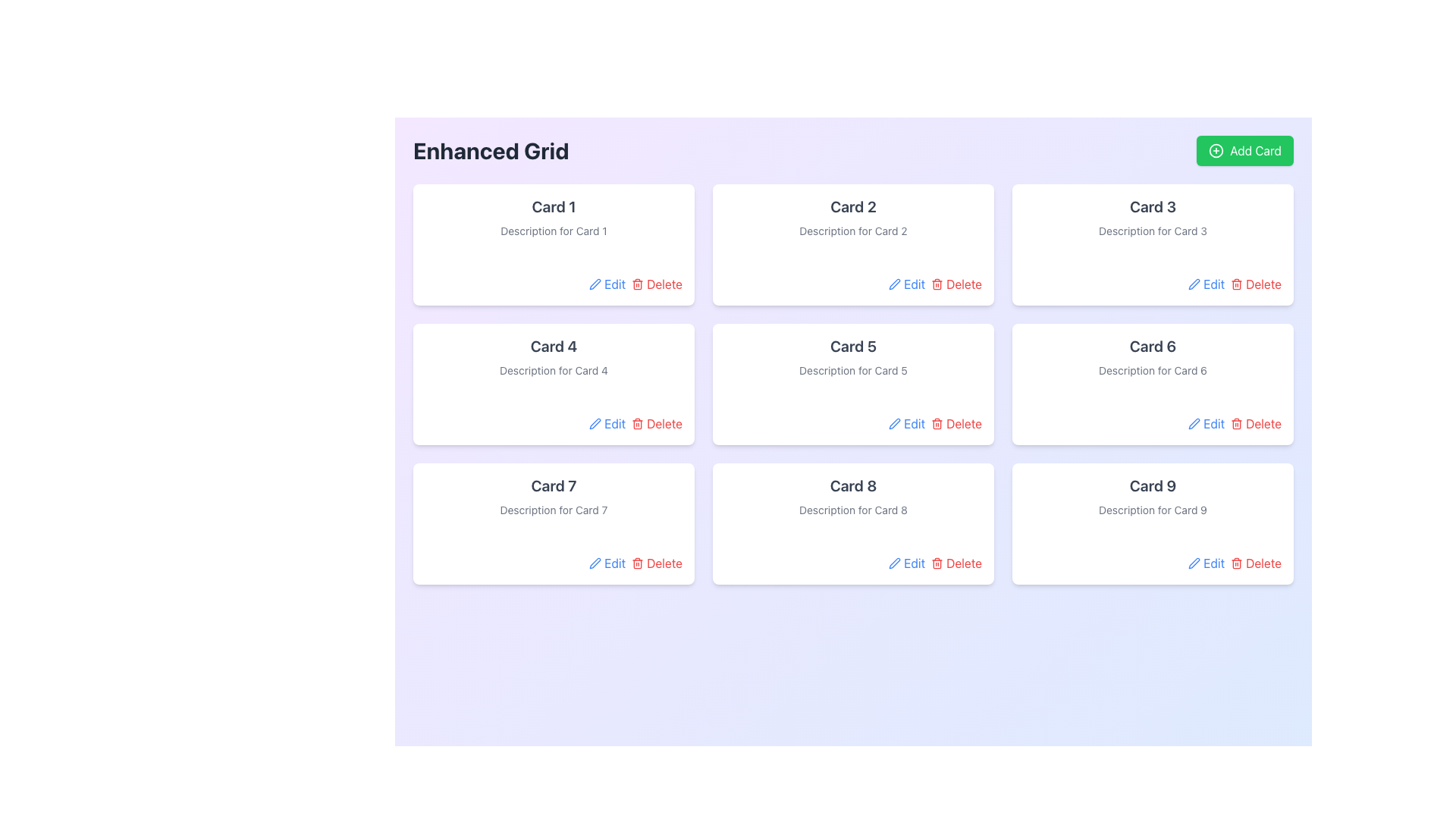  What do you see at coordinates (553, 563) in the screenshot?
I see `the 'Edit' and 'Delete' buttons in the Action group located at the lower right corner of 'Card 7' for additional styling effects` at bounding box center [553, 563].